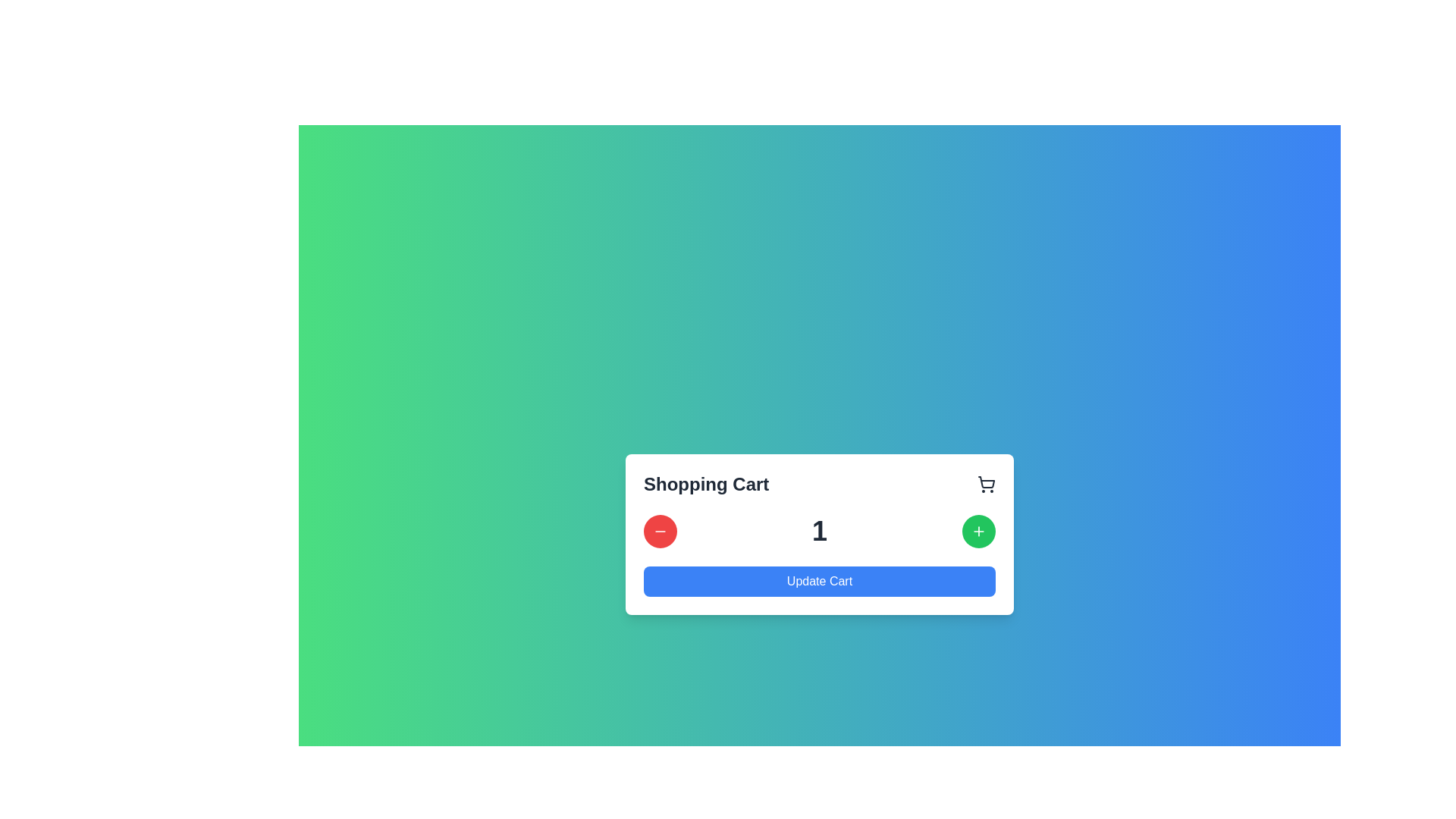 The height and width of the screenshot is (819, 1456). Describe the element at coordinates (986, 485) in the screenshot. I see `the shopping cart icon, which is a dark gray minimalist design located to the far right of the 'Shopping Cart' header` at that location.